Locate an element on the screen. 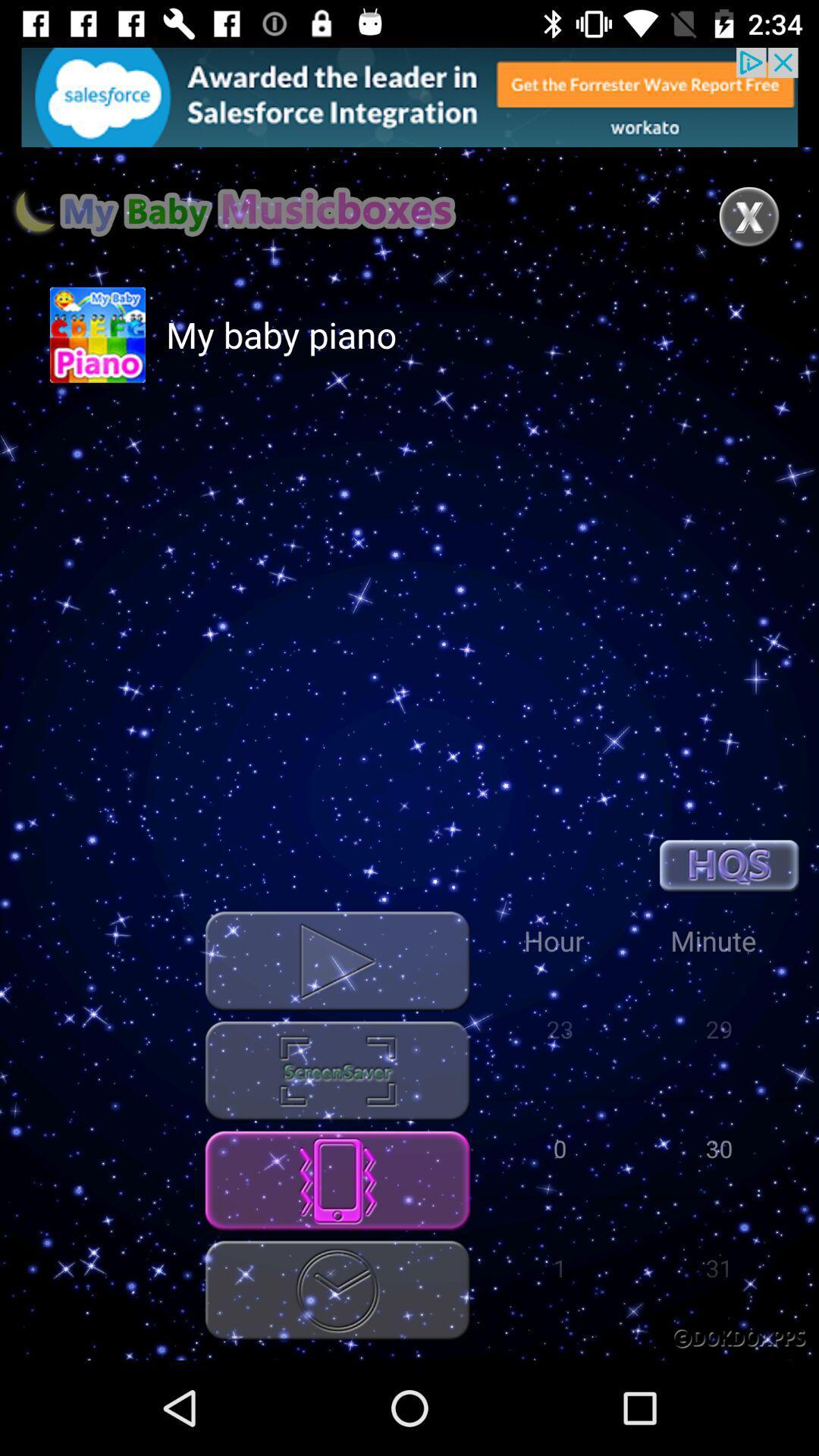 Image resolution: width=819 pixels, height=1456 pixels. timer is located at coordinates (337, 1290).